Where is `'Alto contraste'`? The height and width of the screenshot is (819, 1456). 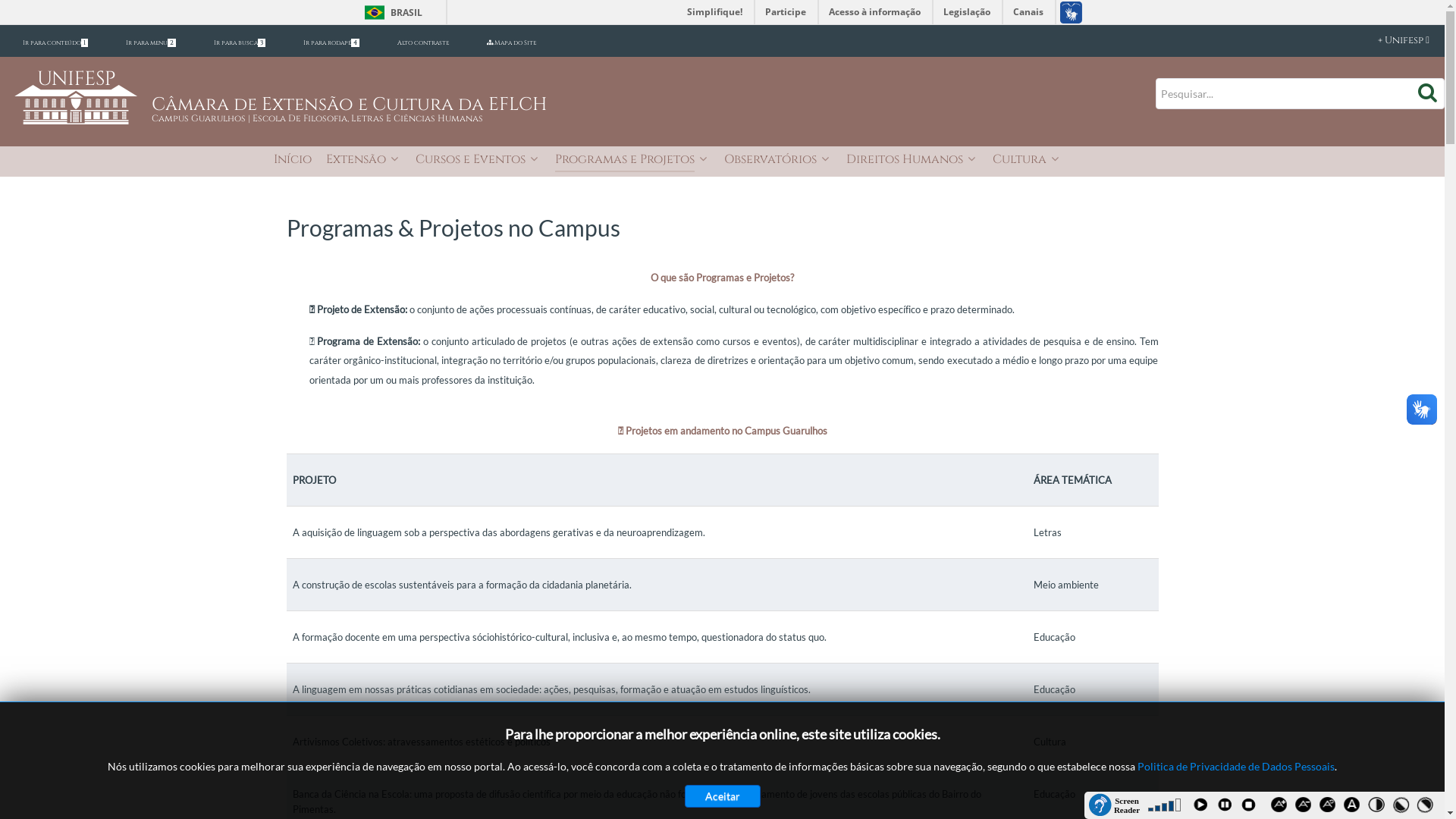 'Alto contraste' is located at coordinates (422, 42).